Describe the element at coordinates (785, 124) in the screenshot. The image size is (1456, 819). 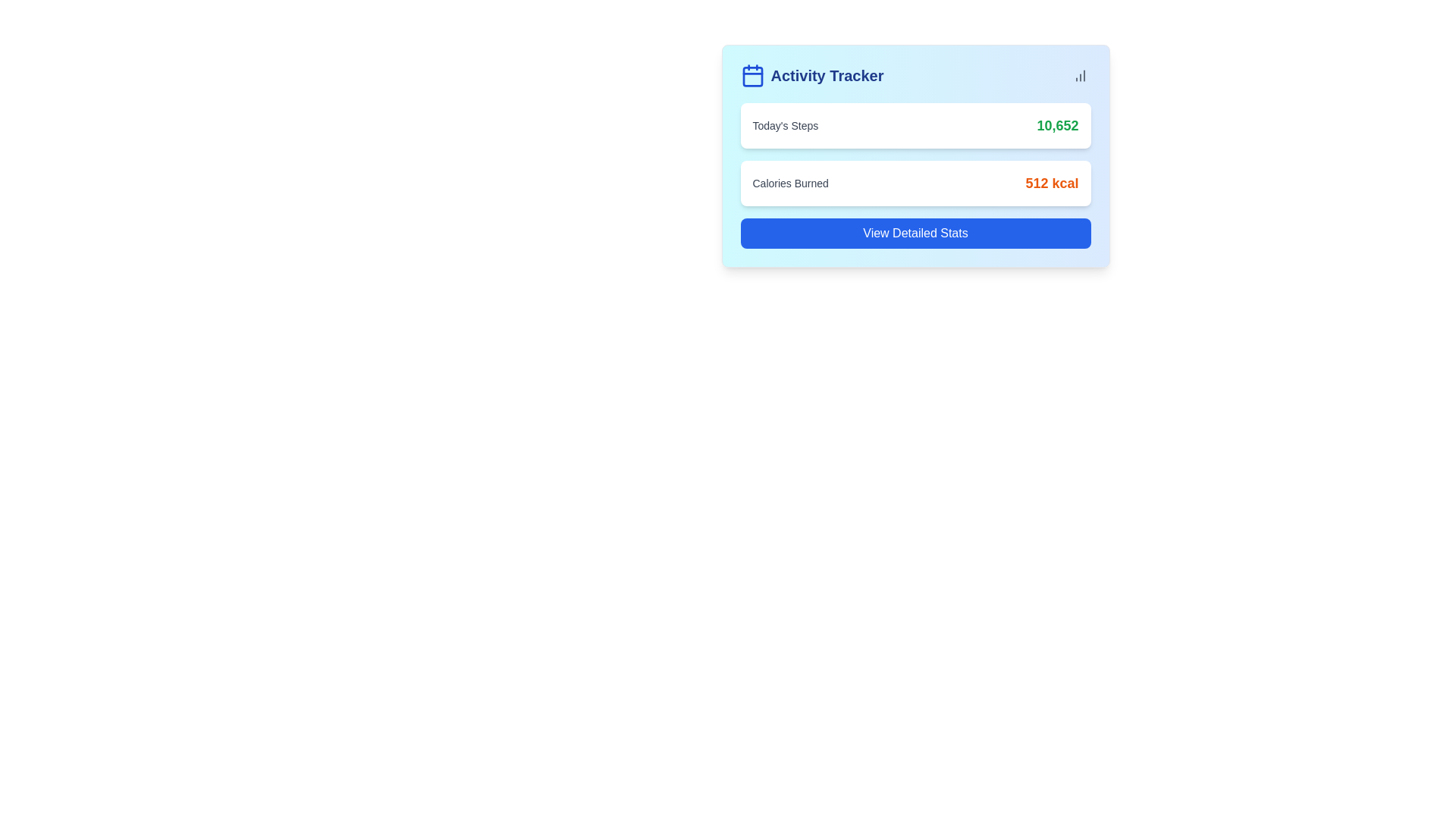
I see `the text label displaying 'Today's Steps', which is located in the upper-left portion of a white rounded card, adjacent to the numerical value '10,652'` at that location.